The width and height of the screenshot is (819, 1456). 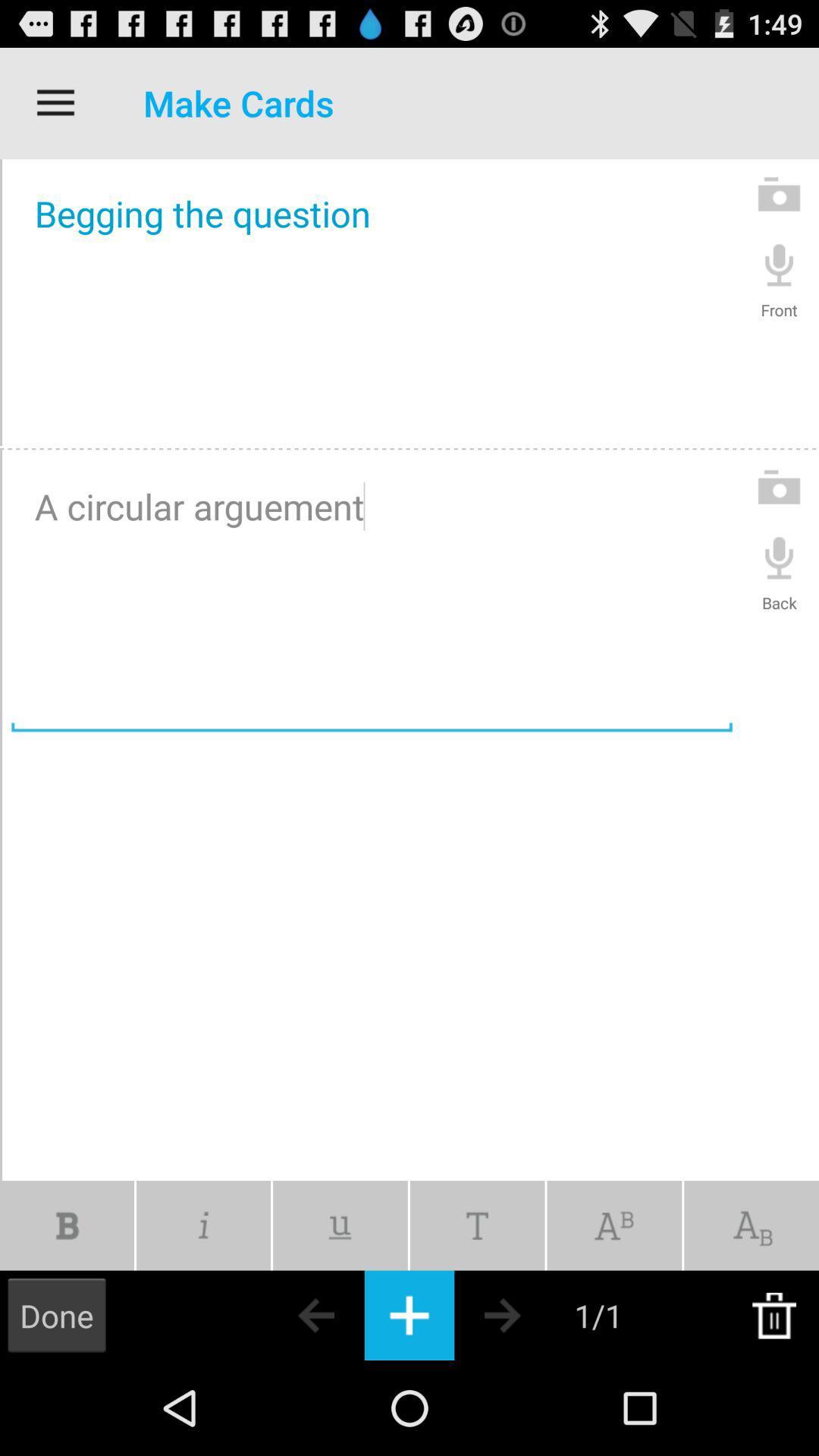 What do you see at coordinates (409, 1314) in the screenshot?
I see `element` at bounding box center [409, 1314].